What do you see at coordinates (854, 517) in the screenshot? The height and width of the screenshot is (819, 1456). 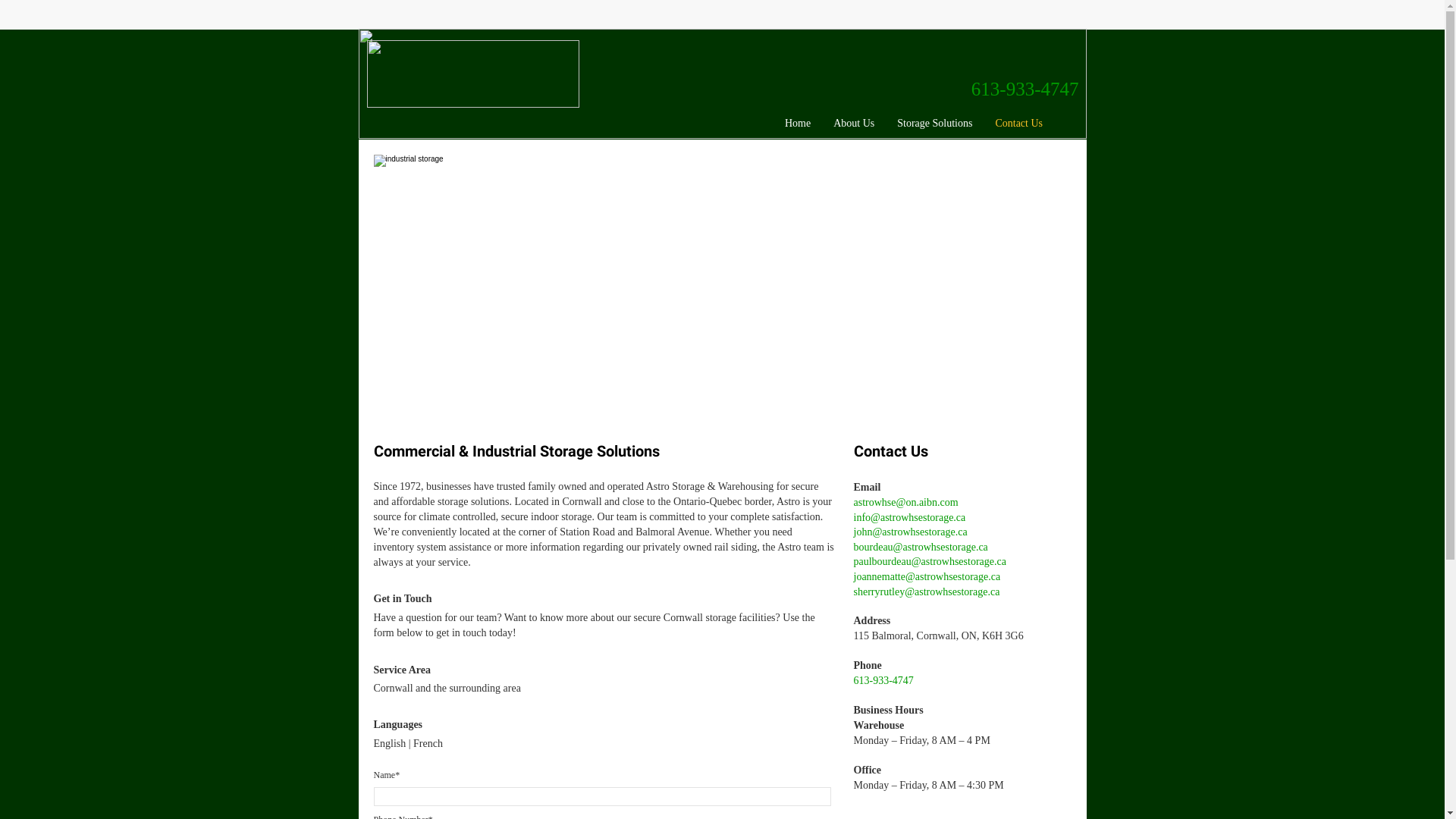 I see `'info@astrowhsestorage.ca'` at bounding box center [854, 517].